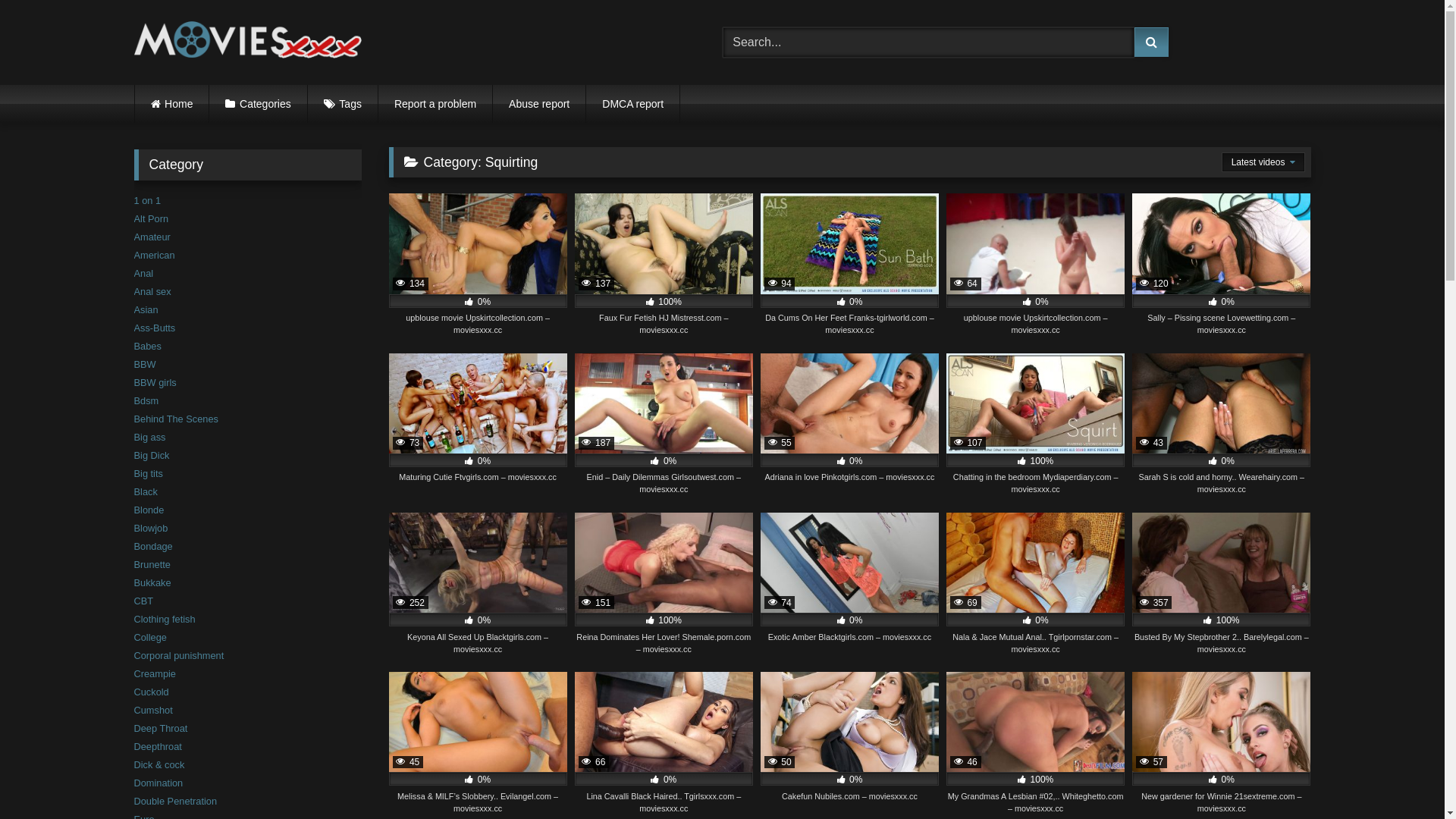 The image size is (1456, 819). What do you see at coordinates (133, 381) in the screenshot?
I see `'BBW girls'` at bounding box center [133, 381].